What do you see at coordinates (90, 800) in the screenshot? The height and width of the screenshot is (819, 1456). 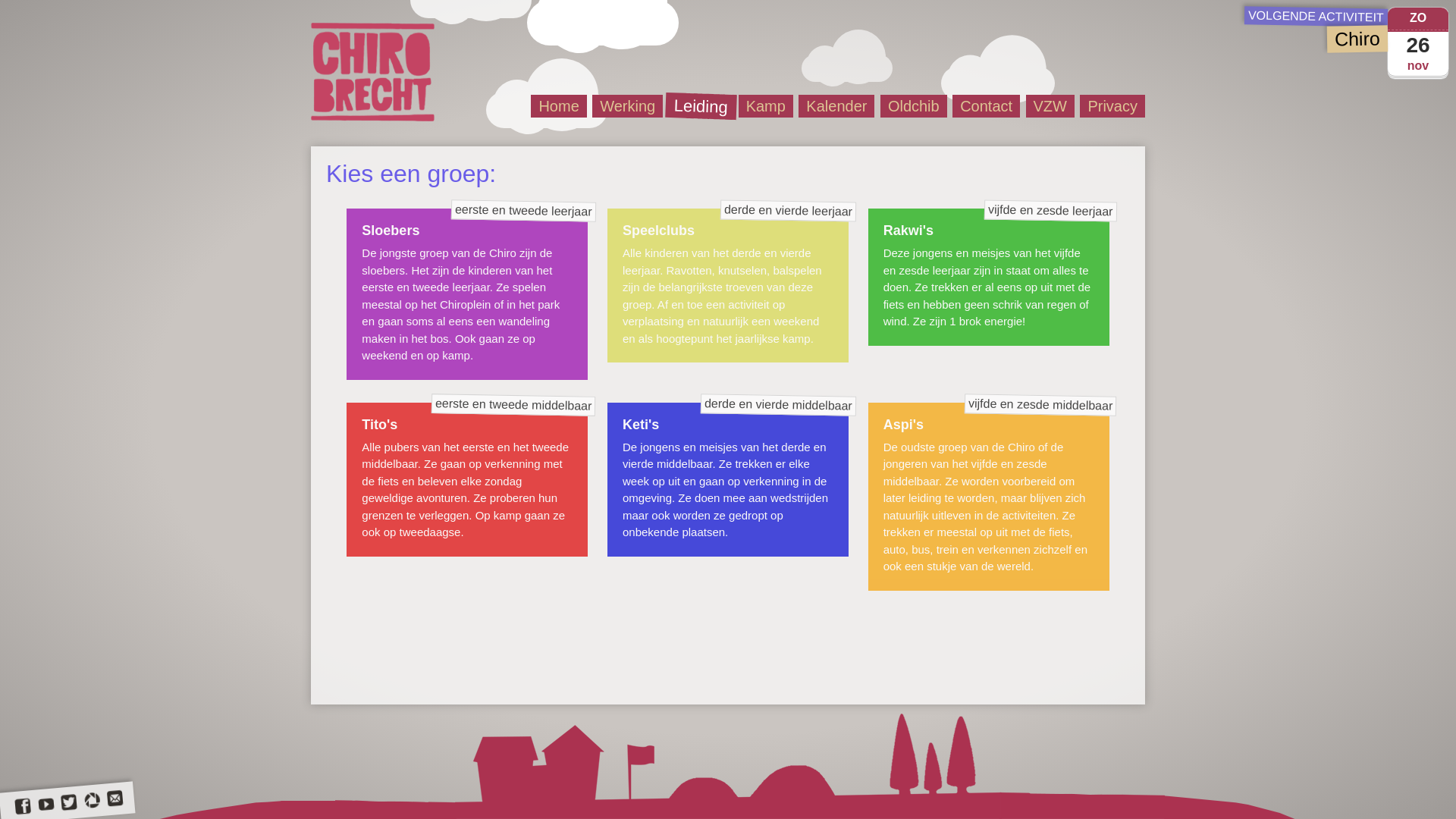 I see `'Chiro Brecht op Picasa'` at bounding box center [90, 800].